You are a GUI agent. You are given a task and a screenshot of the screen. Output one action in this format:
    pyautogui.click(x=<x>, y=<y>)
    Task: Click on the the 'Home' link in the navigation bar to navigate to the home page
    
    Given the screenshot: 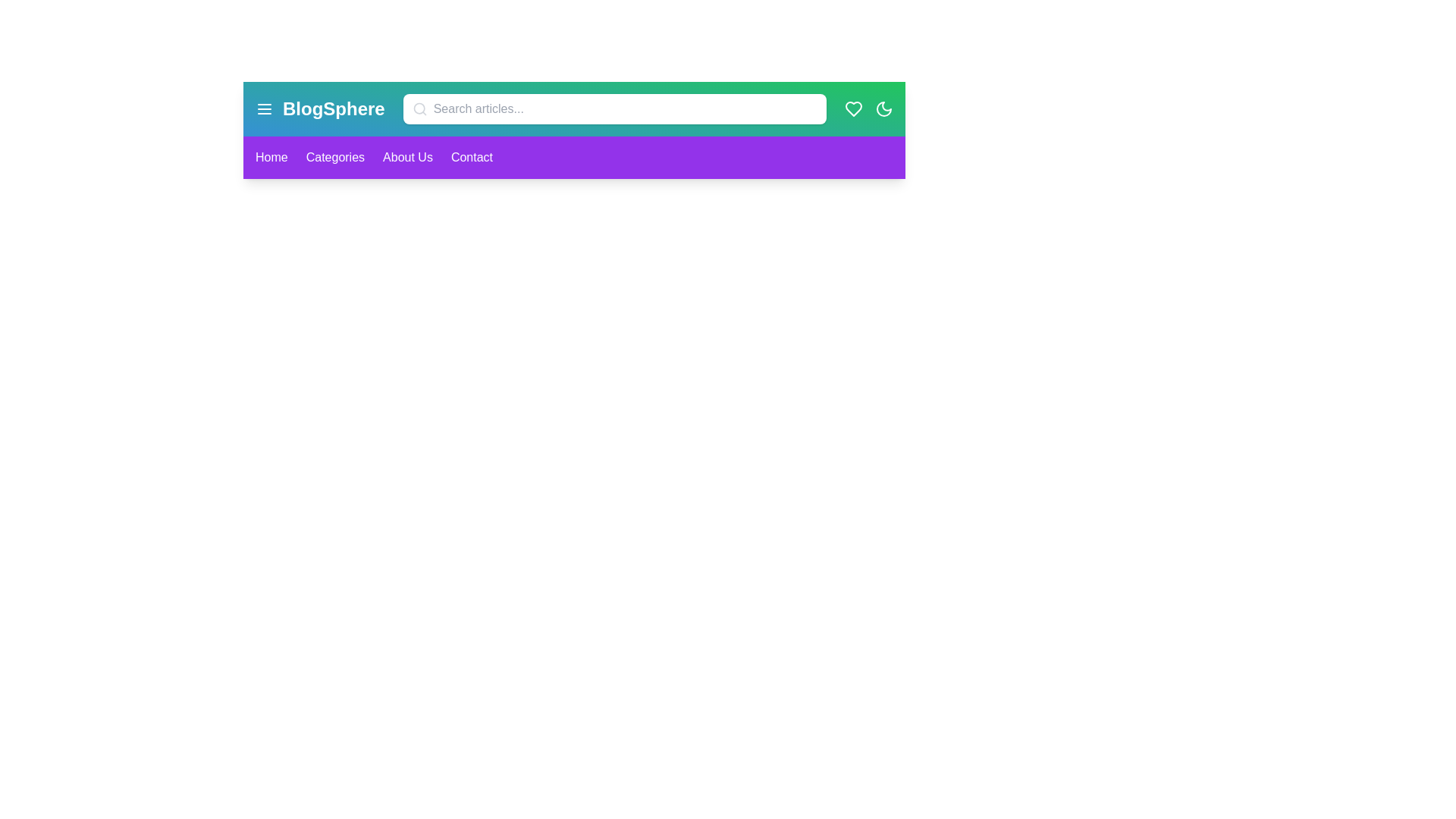 What is the action you would take?
    pyautogui.click(x=271, y=158)
    